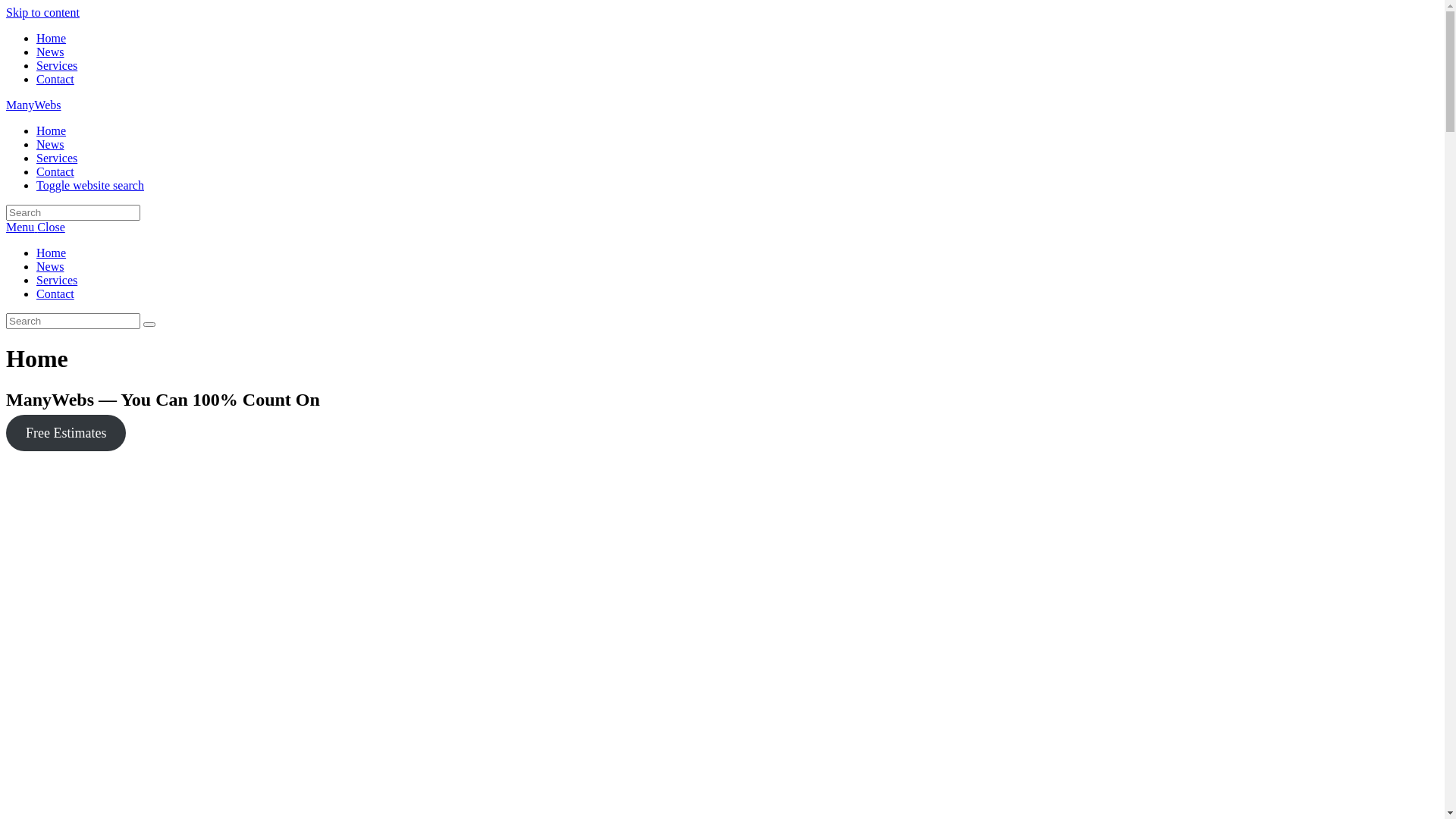 This screenshot has width=1456, height=819. What do you see at coordinates (36, 227) in the screenshot?
I see `'Menu Close'` at bounding box center [36, 227].